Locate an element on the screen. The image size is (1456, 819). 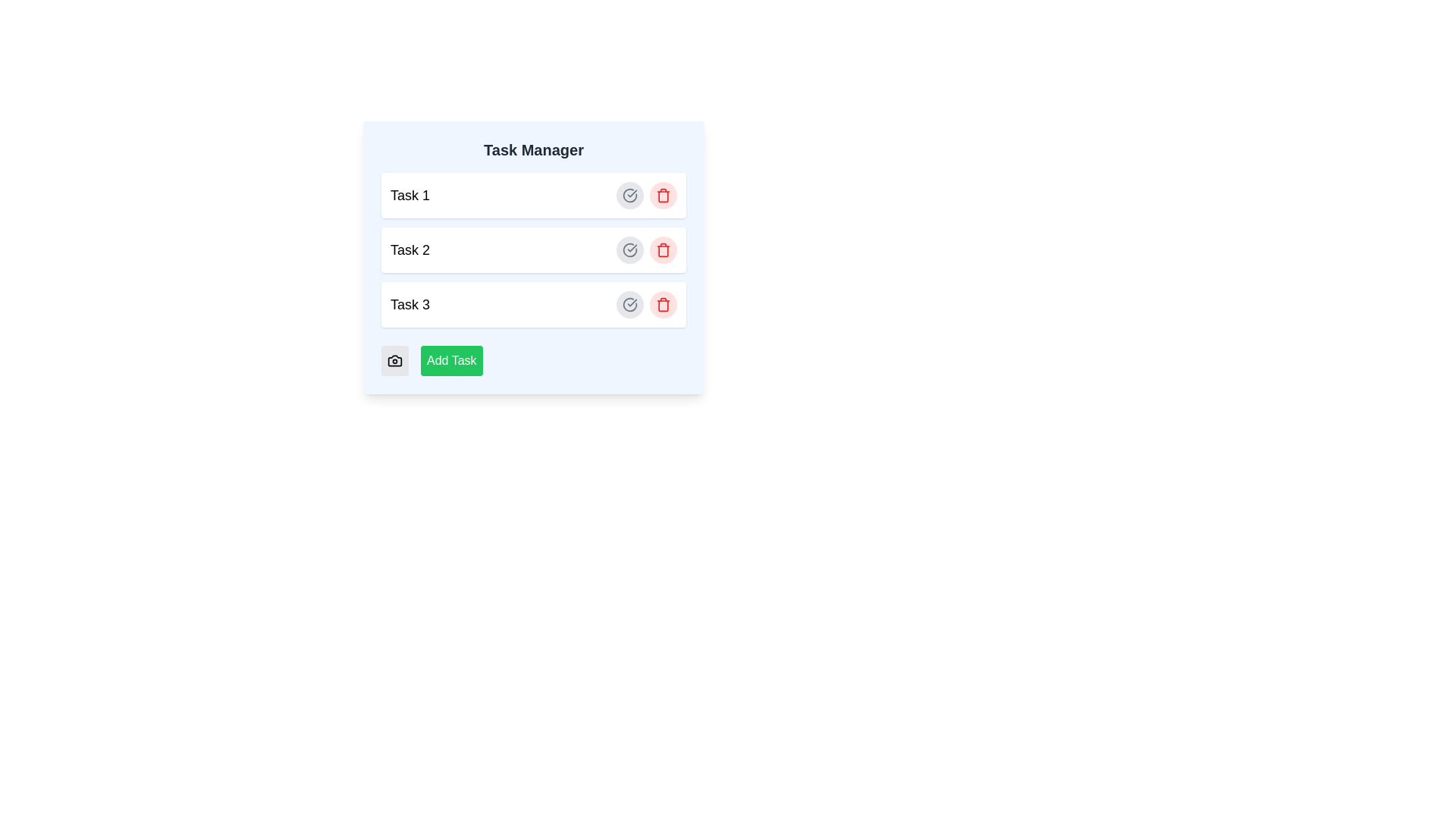
the circular mark of the check-in-circle icon in the third task entry row to read the associated tooltip if it exists is located at coordinates (629, 304).